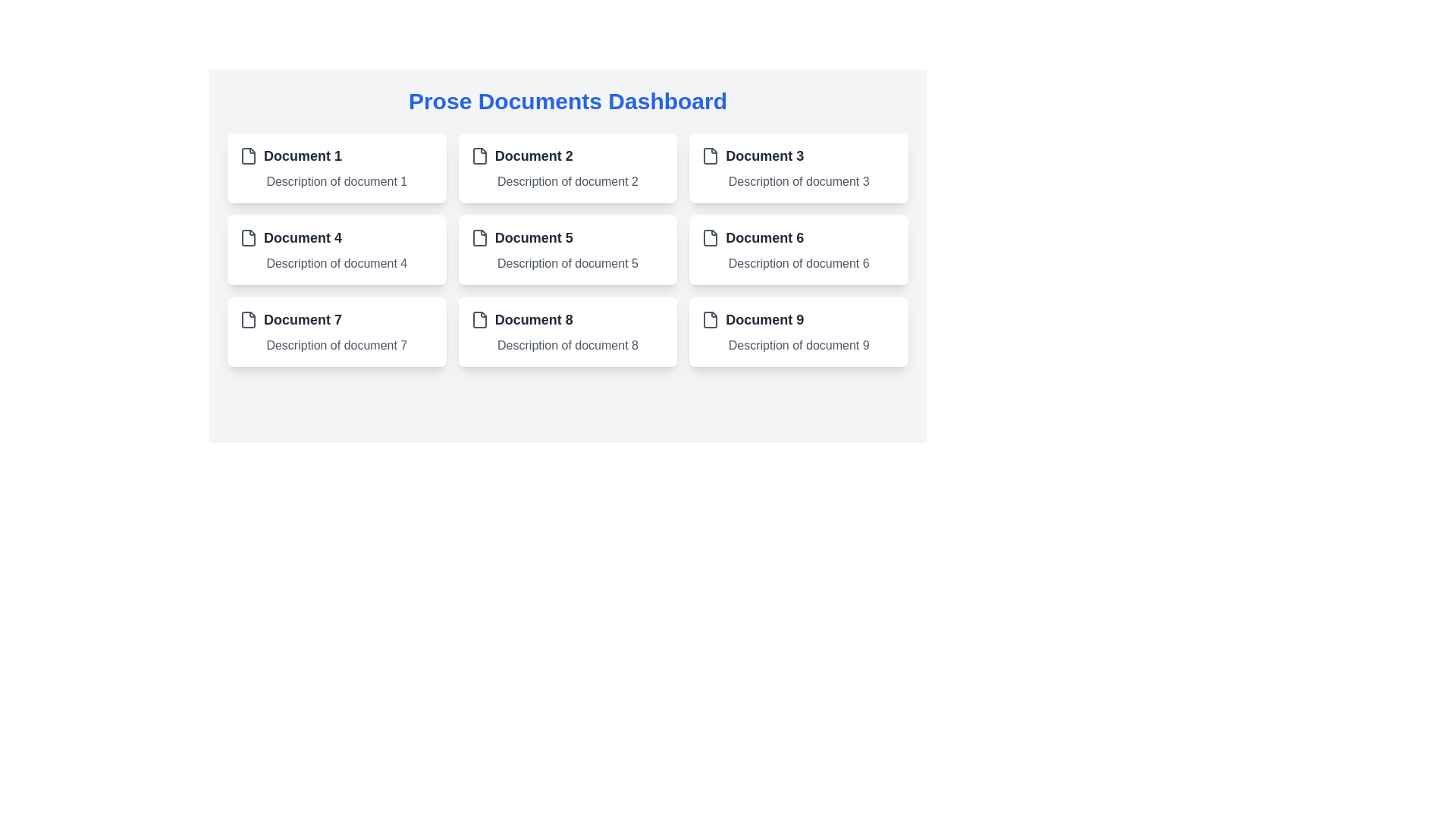  I want to click on the rectangular card with a white background, rounded corners, displaying 'Document 5' at the top and 'Description of document 5' below, so click(566, 249).